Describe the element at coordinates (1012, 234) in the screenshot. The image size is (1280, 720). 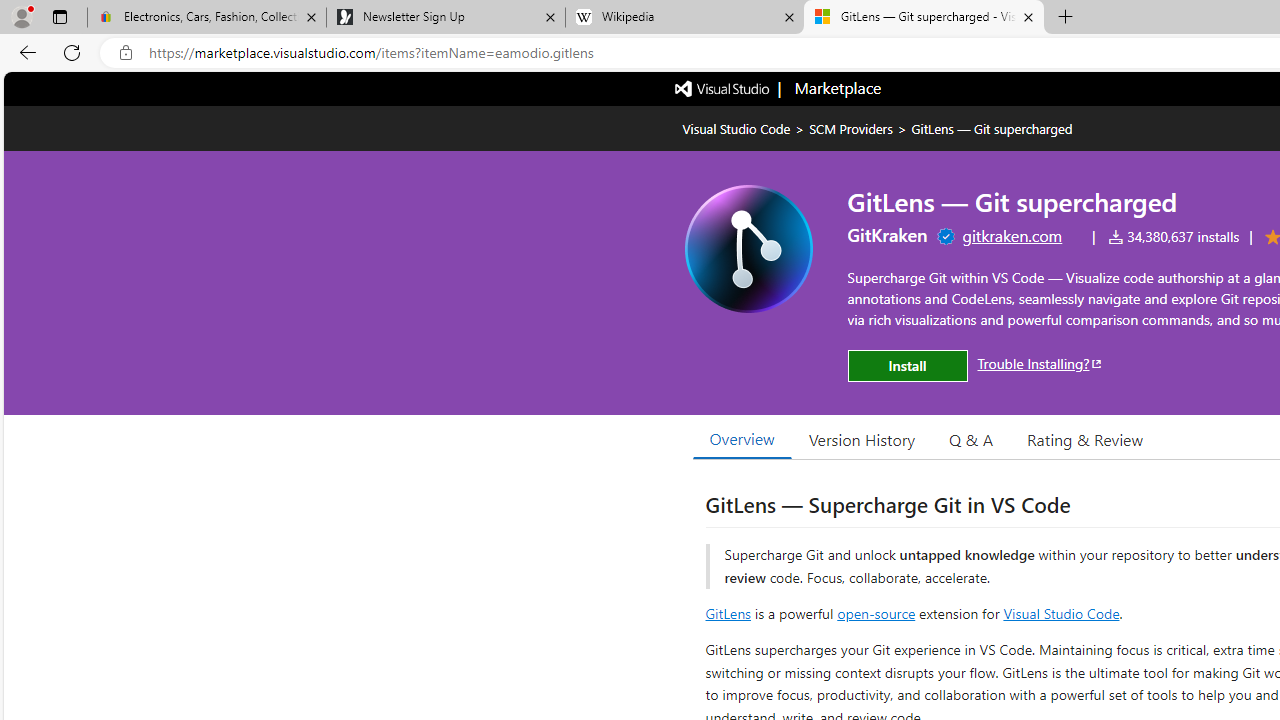
I see `'gitkraken.com'` at that location.